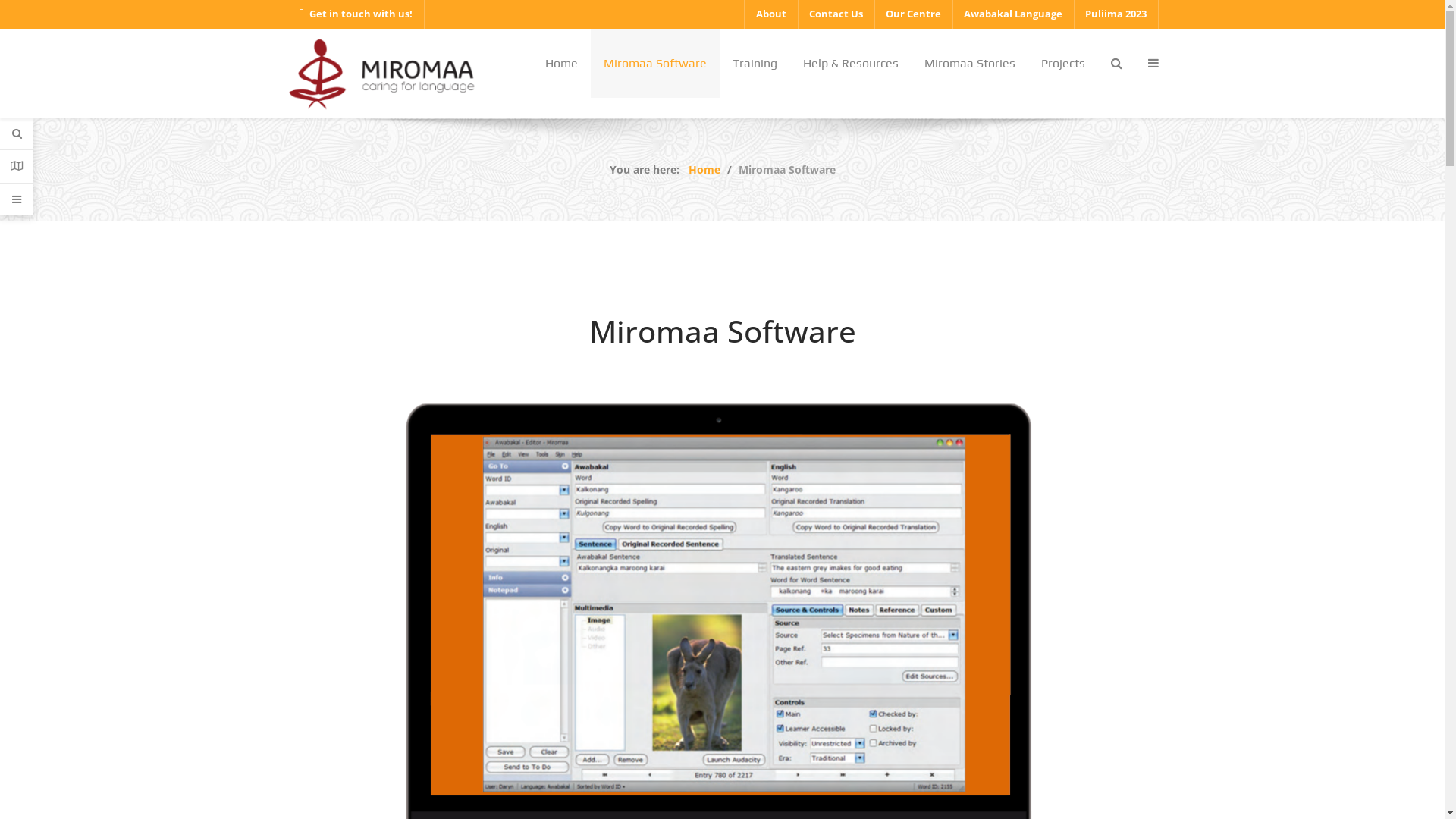 The height and width of the screenshot is (819, 1456). What do you see at coordinates (17, 166) in the screenshot?
I see `'Contacts'` at bounding box center [17, 166].